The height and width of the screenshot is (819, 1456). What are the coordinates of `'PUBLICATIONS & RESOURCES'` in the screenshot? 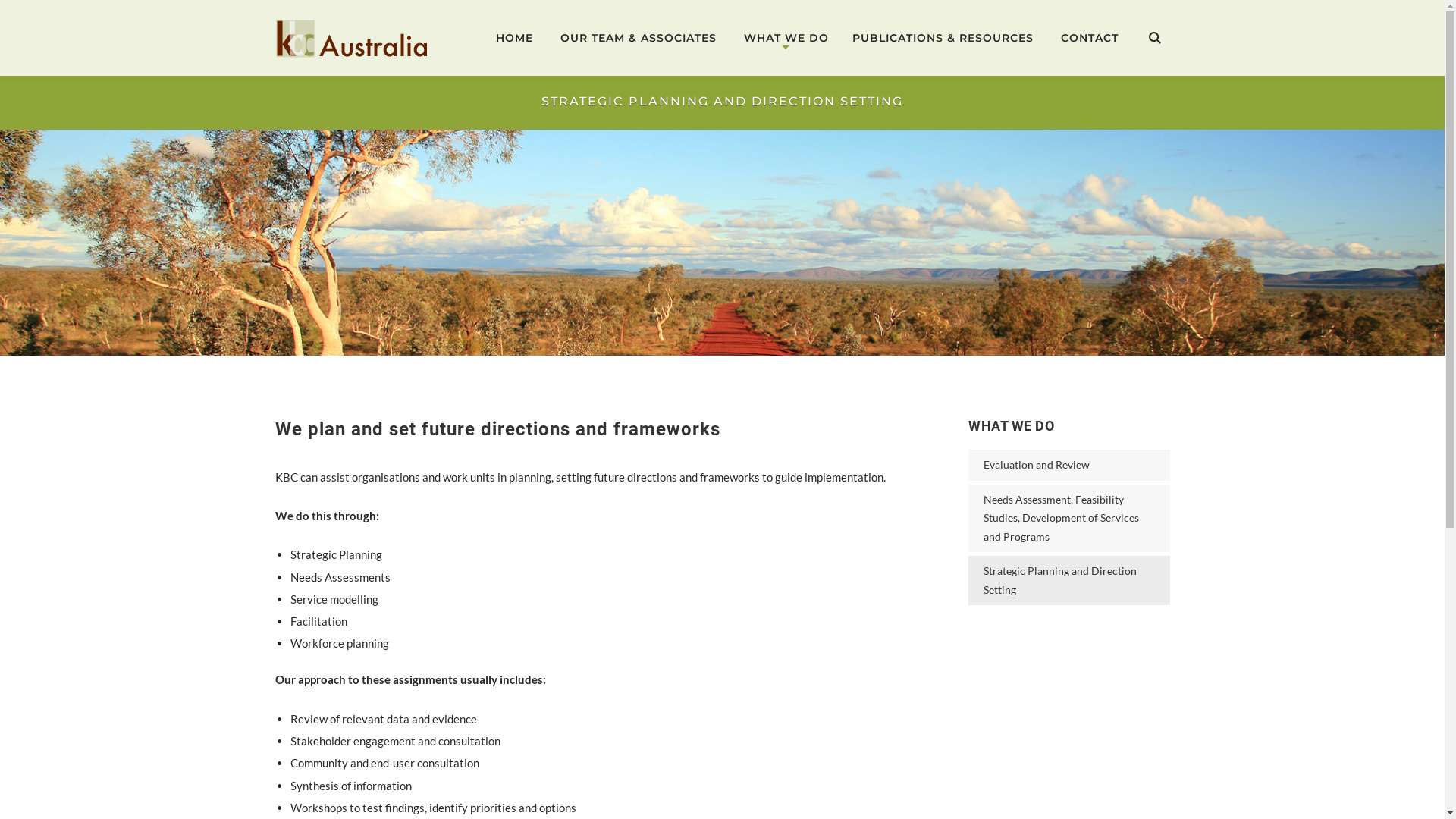 It's located at (941, 37).